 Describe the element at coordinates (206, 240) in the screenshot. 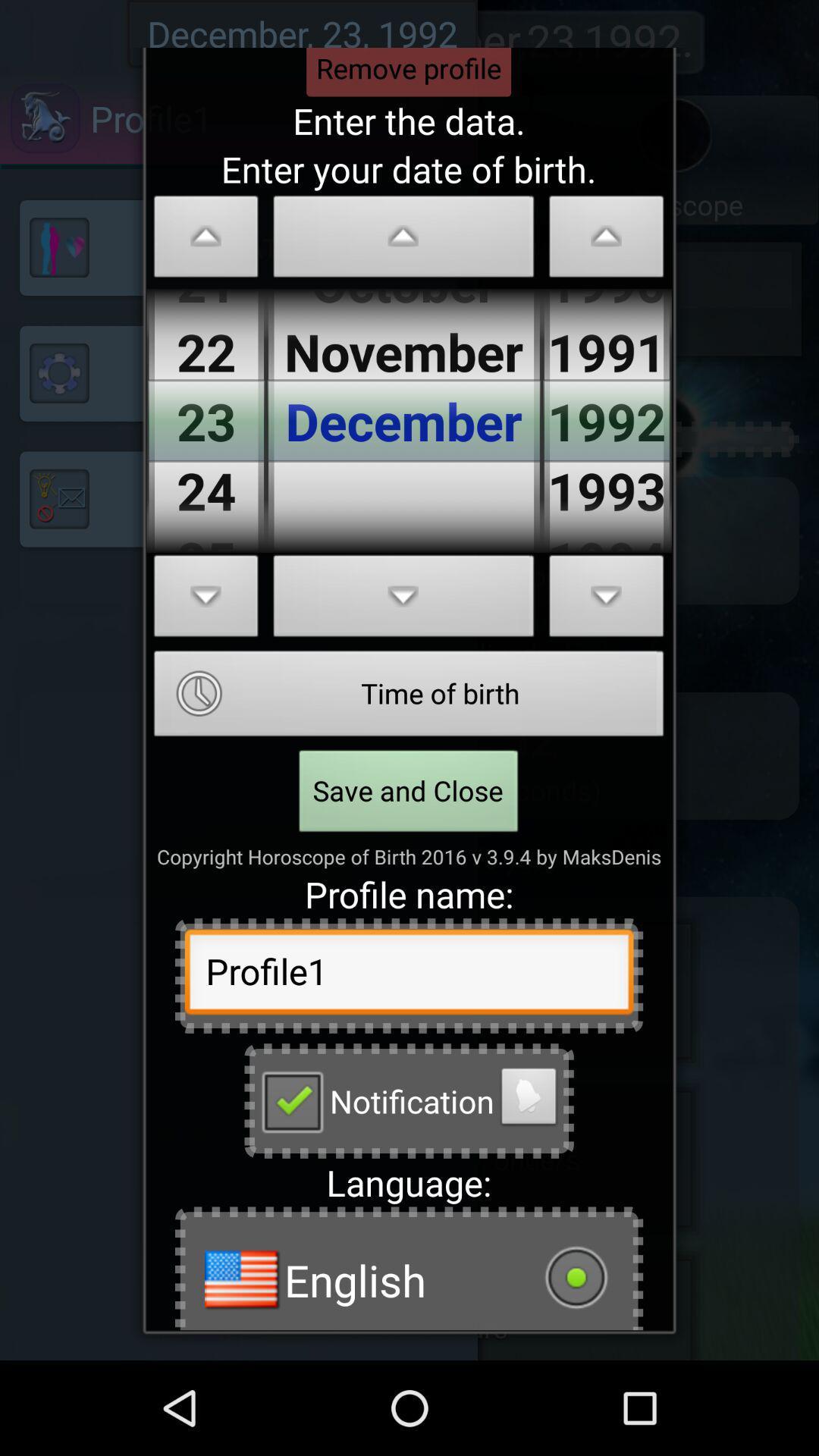

I see `day of the month` at that location.